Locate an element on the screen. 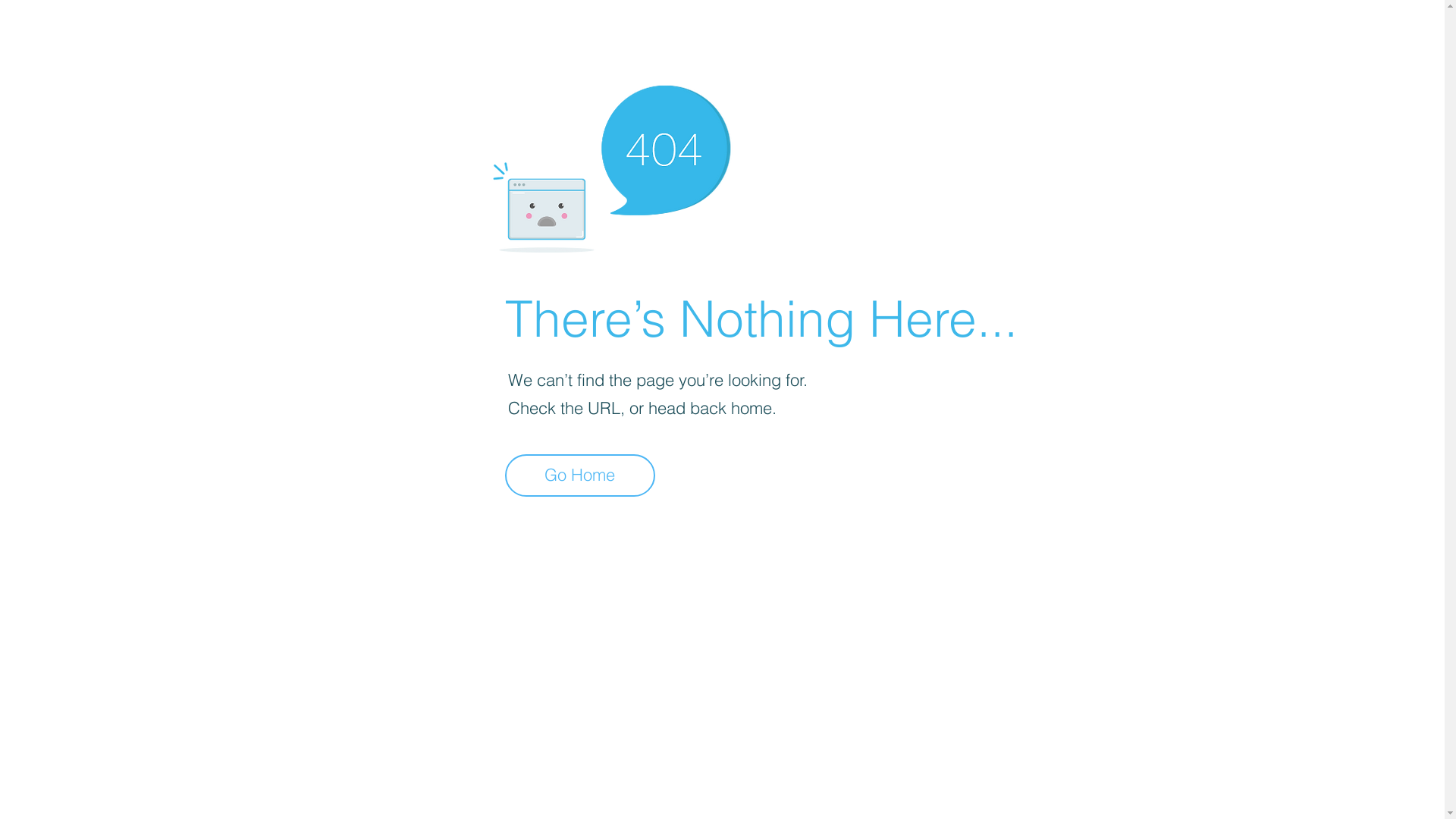 The image size is (1456, 819). 'Go Home' is located at coordinates (579, 475).